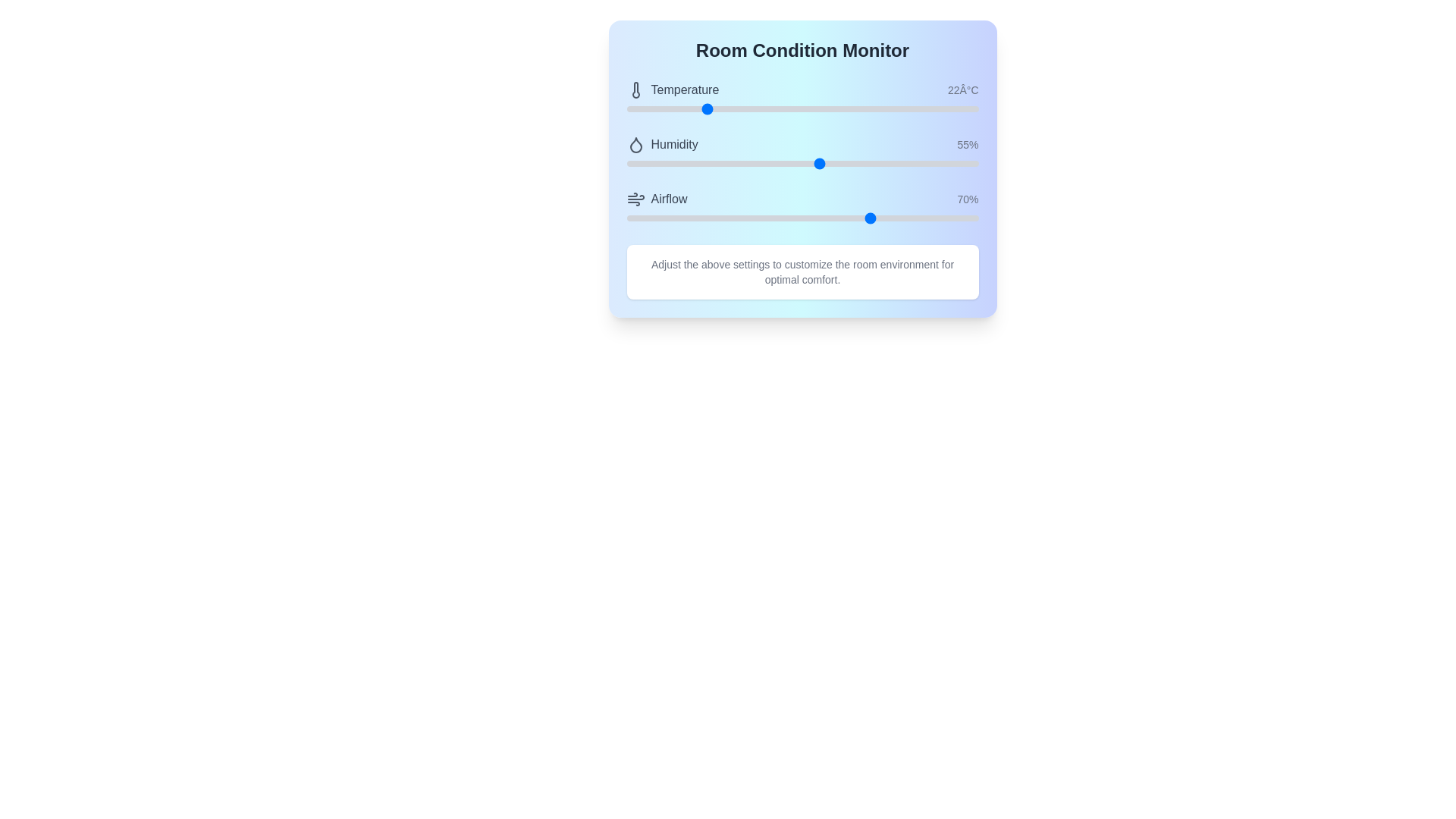  I want to click on the wind icon, which is styled with thin, curved dark gray lines and positioned to the left of the 'Airflow' text in the third horizontal group under the 'Room Condition Monitor' header, so click(635, 198).